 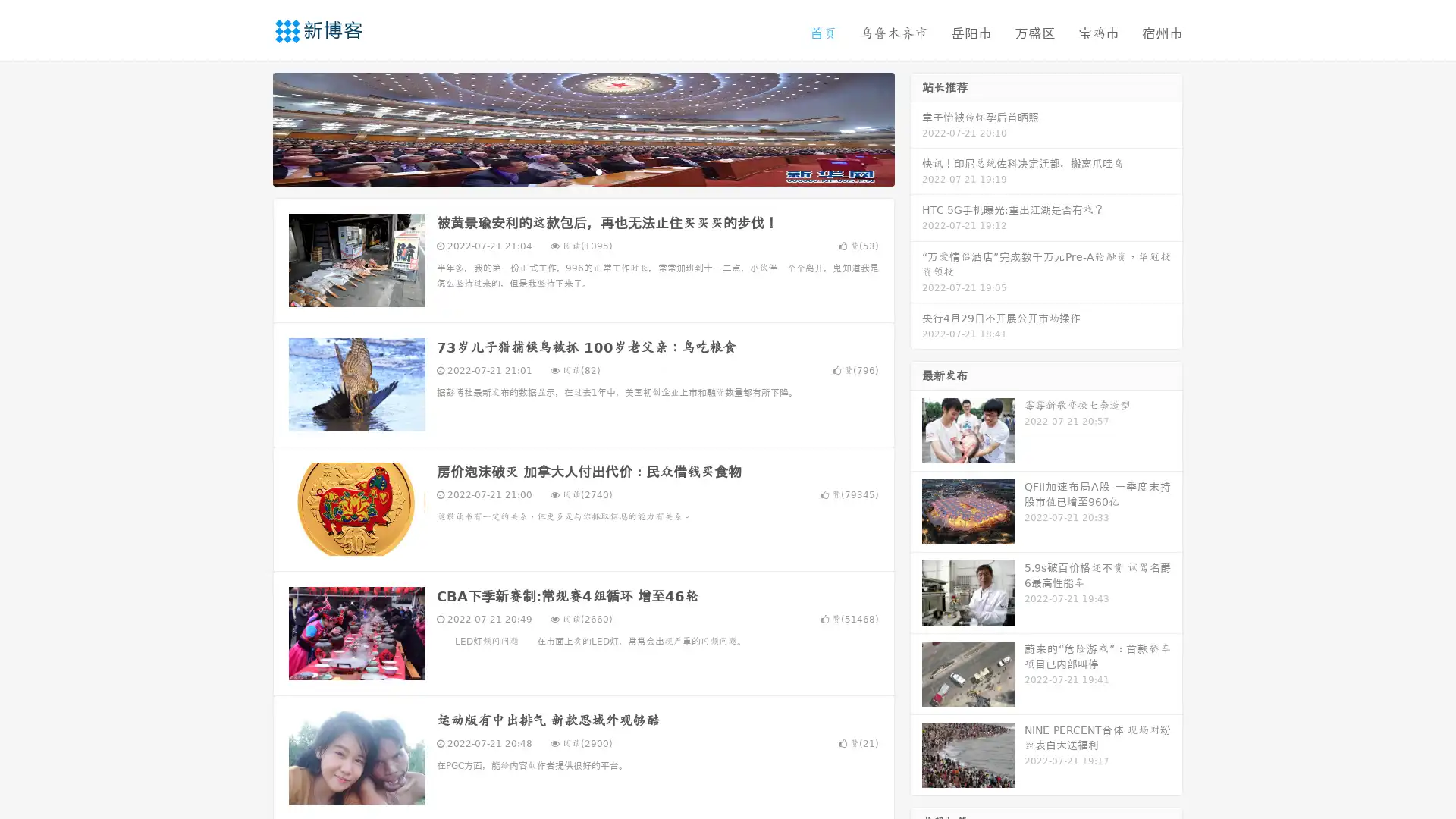 I want to click on Go to slide 1, so click(x=567, y=171).